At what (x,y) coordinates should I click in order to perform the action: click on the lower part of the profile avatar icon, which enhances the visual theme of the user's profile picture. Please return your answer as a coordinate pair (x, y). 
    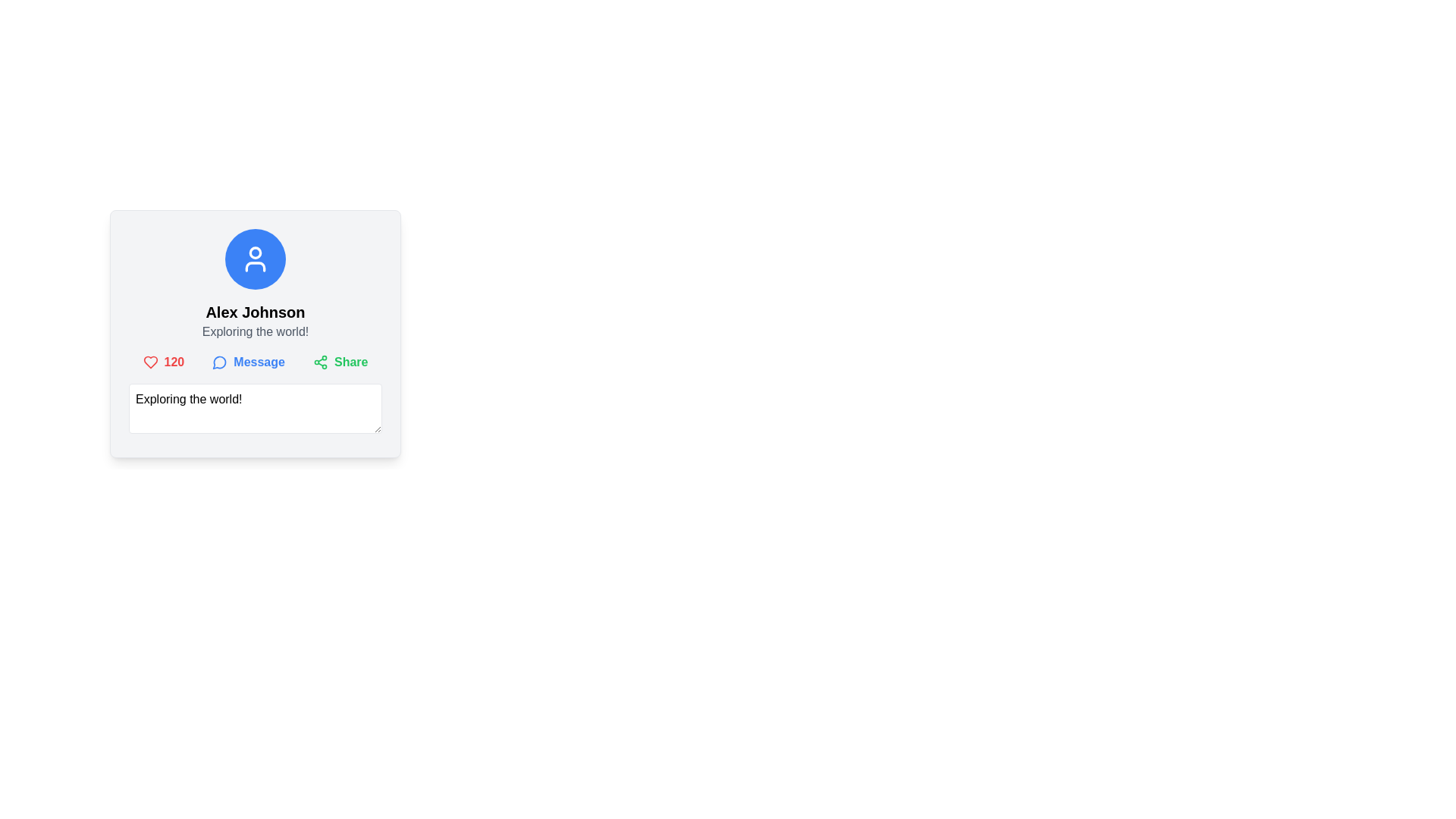
    Looking at the image, I should click on (255, 265).